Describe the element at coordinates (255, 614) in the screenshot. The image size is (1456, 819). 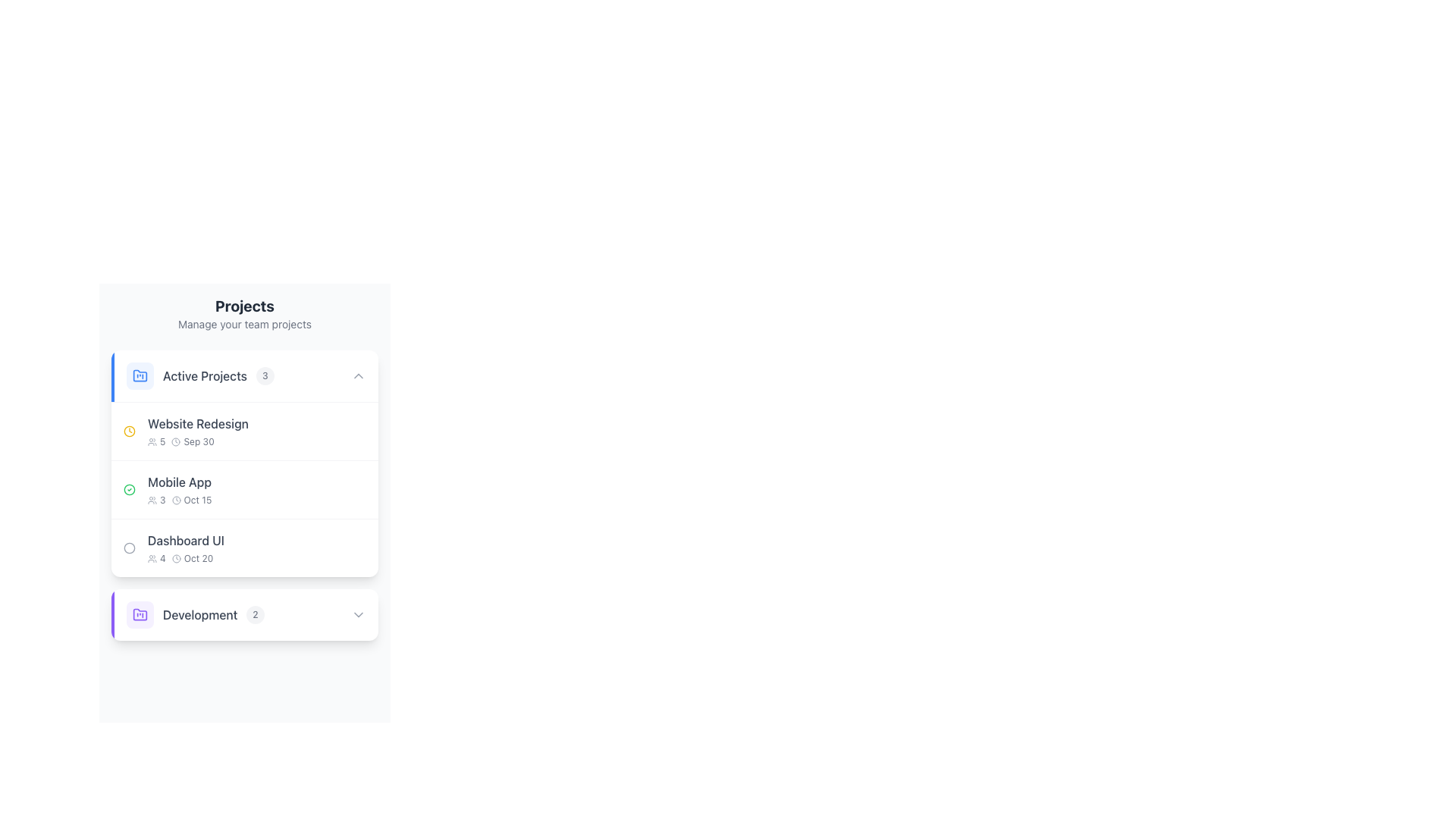
I see `the badge displaying the number '2' with a light gray background, located in the 'Development' section of the project list` at that location.